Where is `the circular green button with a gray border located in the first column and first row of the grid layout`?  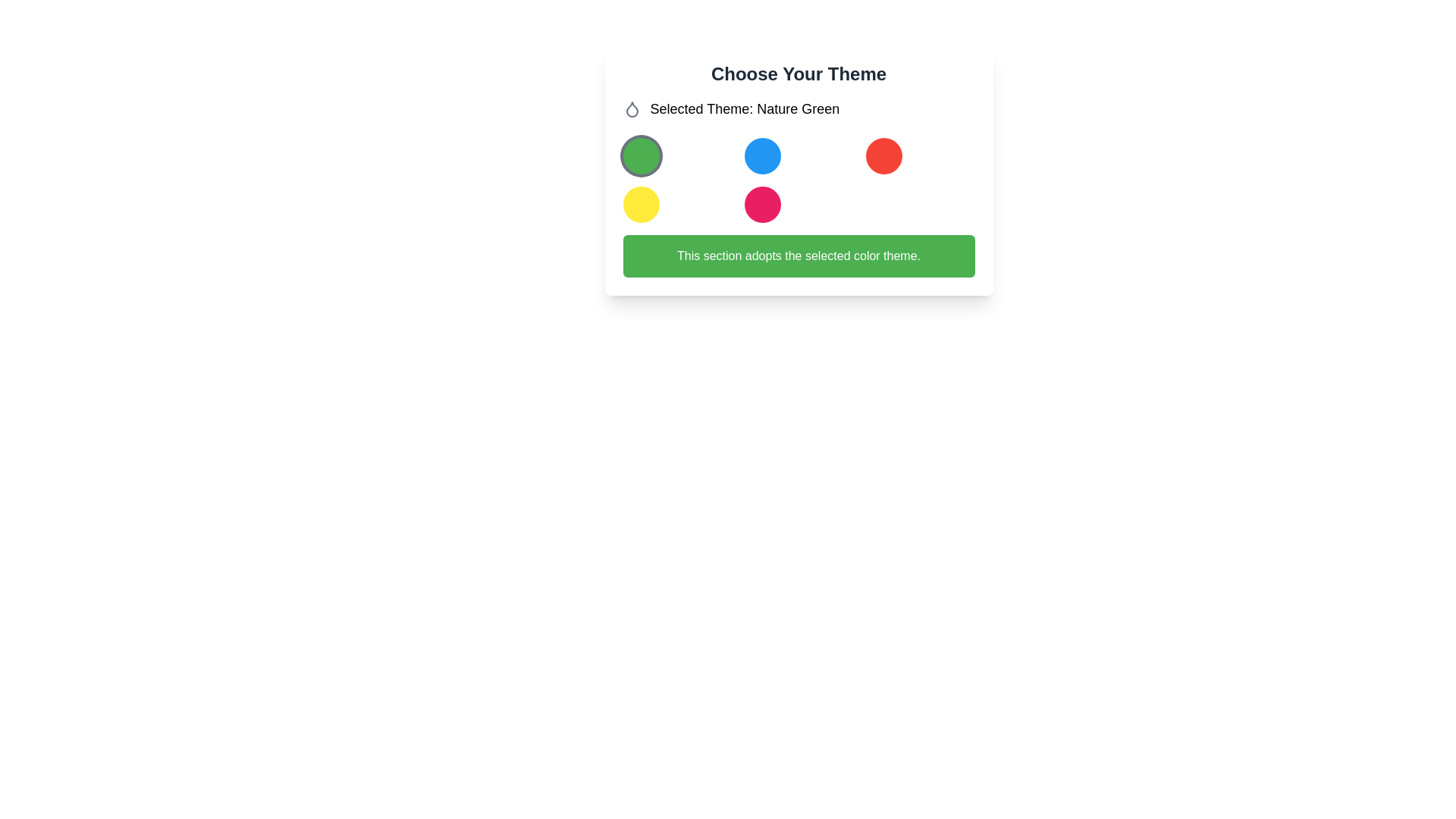 the circular green button with a gray border located in the first column and first row of the grid layout is located at coordinates (641, 155).